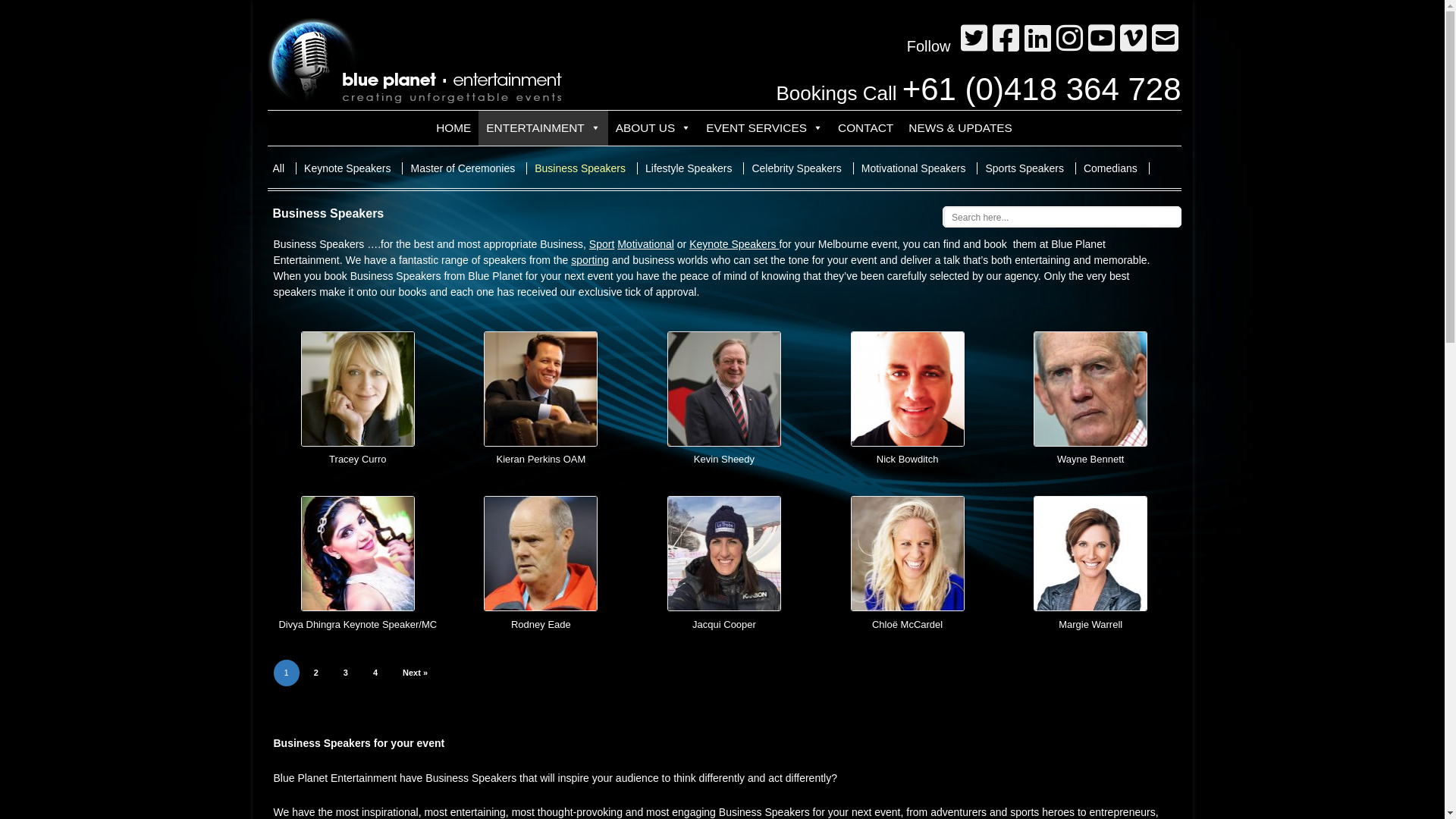 This screenshot has height=819, width=1456. Describe the element at coordinates (1090, 562) in the screenshot. I see `'Margie Warrell'` at that location.